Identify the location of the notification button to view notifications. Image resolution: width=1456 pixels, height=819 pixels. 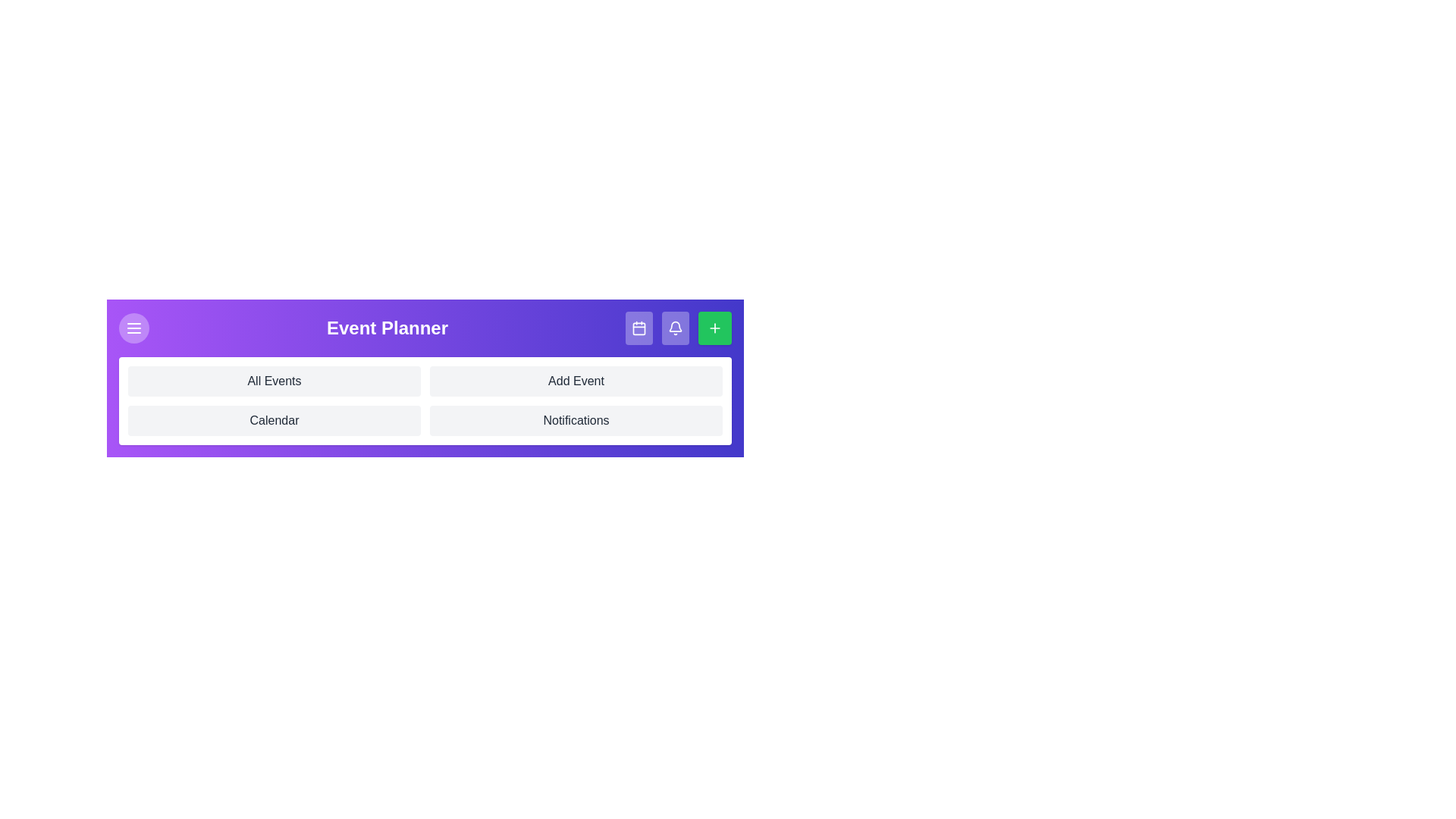
(675, 327).